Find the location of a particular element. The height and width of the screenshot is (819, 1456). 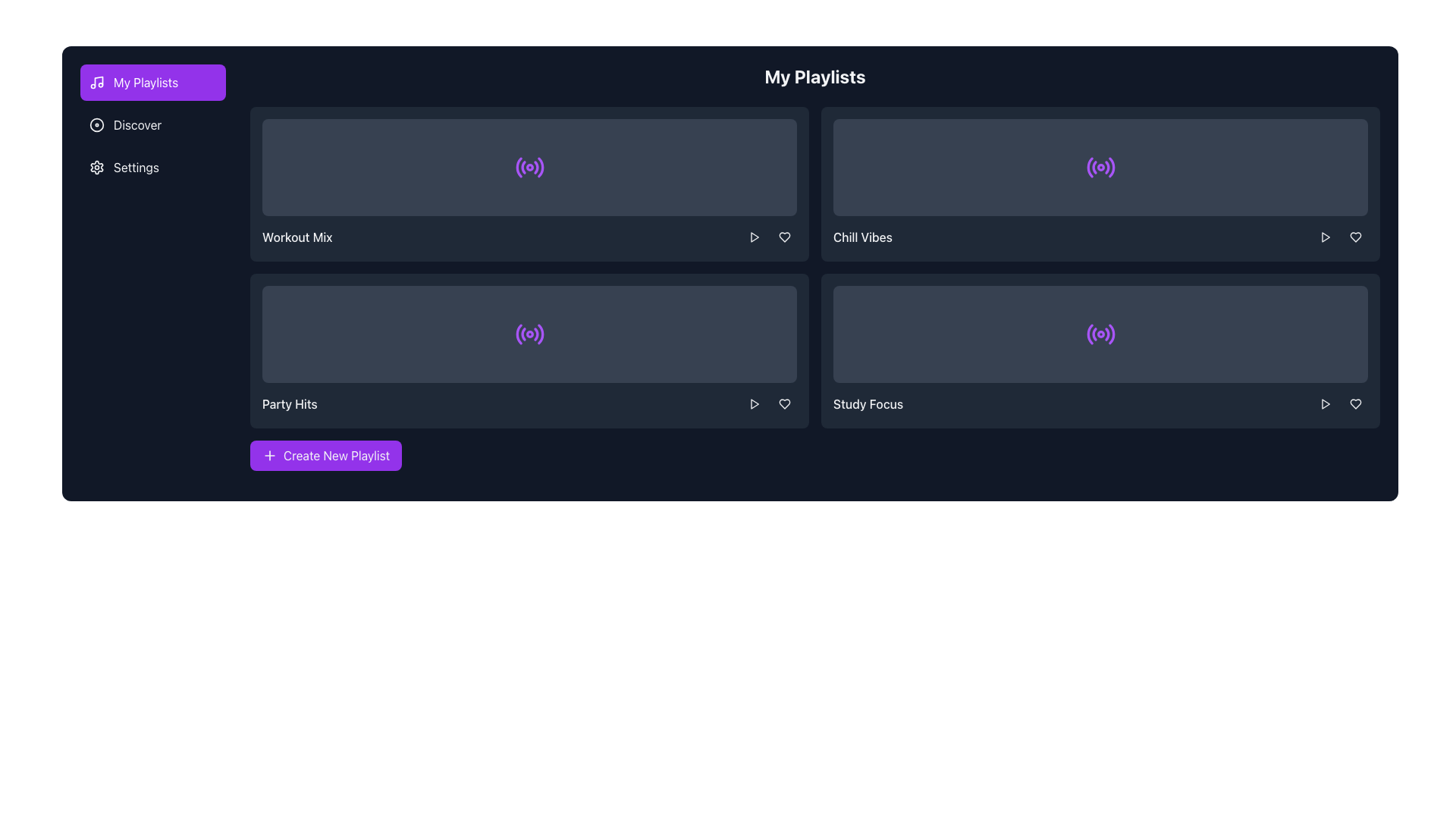

text from the label displaying 'Workout Mix', which is styled with medium font weight and is white-colored on a dark background, located in the first row and first column of the playlist interface is located at coordinates (297, 237).